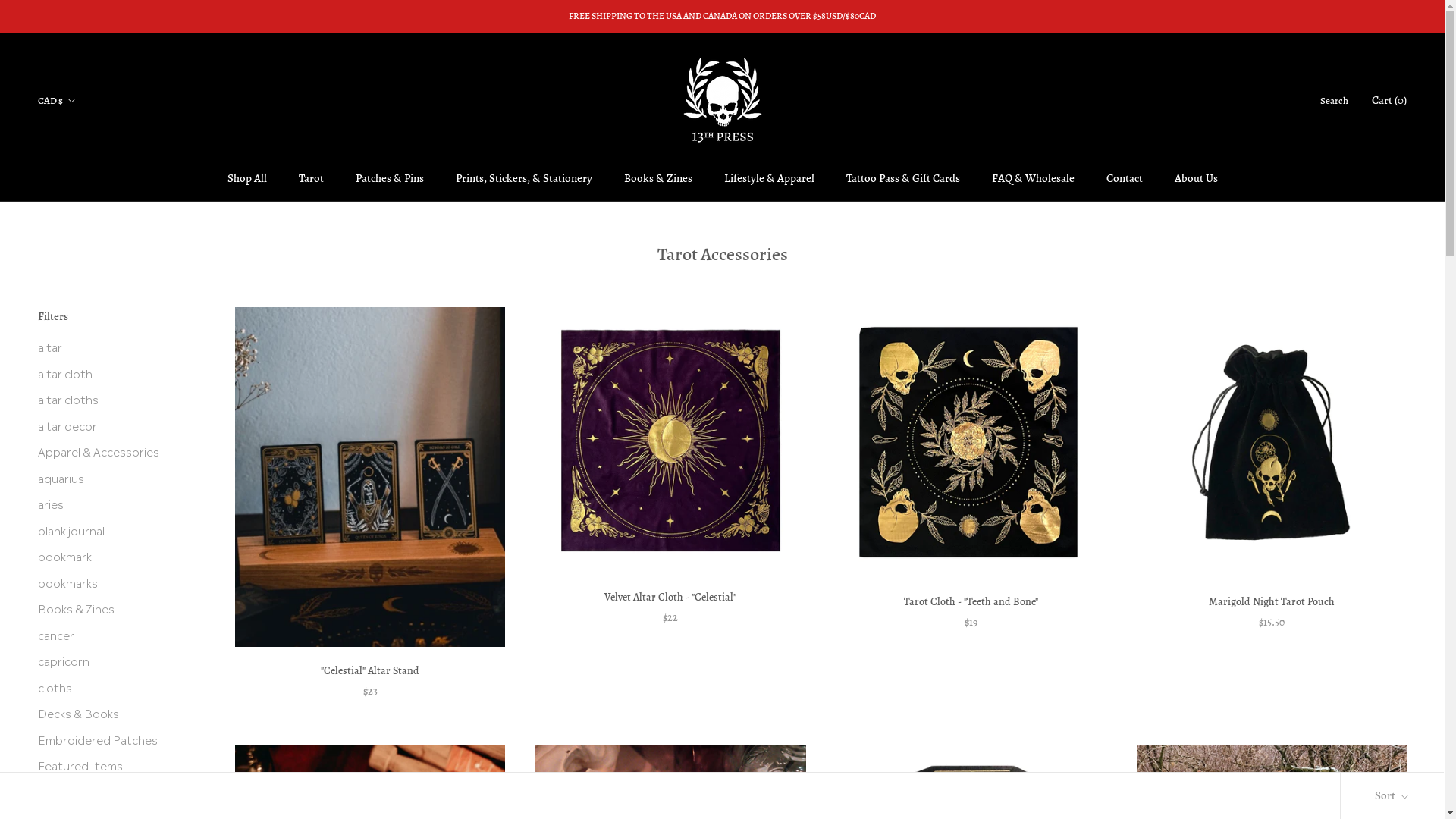  I want to click on 'aries', so click(112, 504).